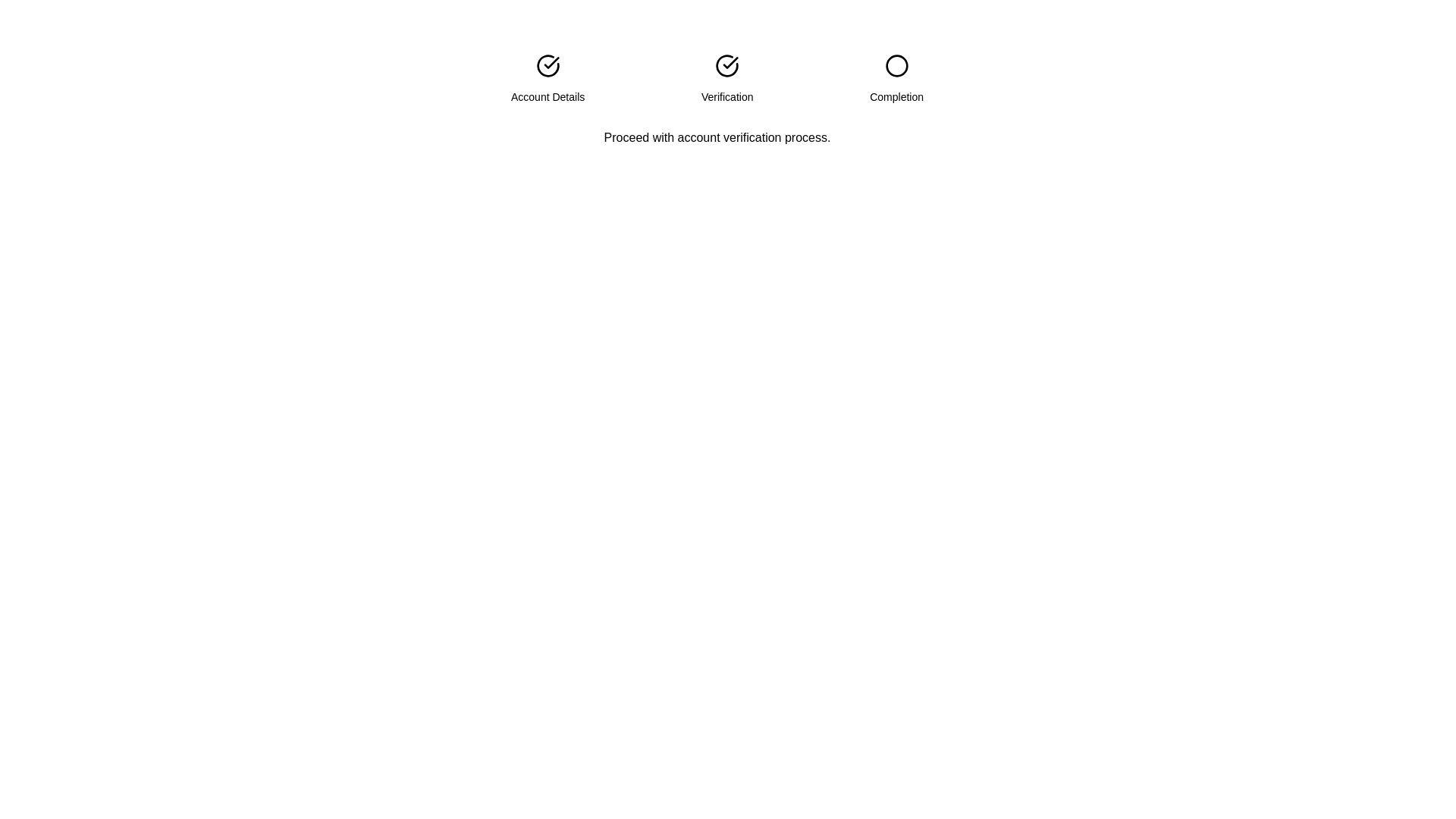 Image resolution: width=1456 pixels, height=819 pixels. I want to click on the progress indicator icon for the 'Account Details' phase, which is the first element in a horizontally laid-out group of icons, so click(547, 65).